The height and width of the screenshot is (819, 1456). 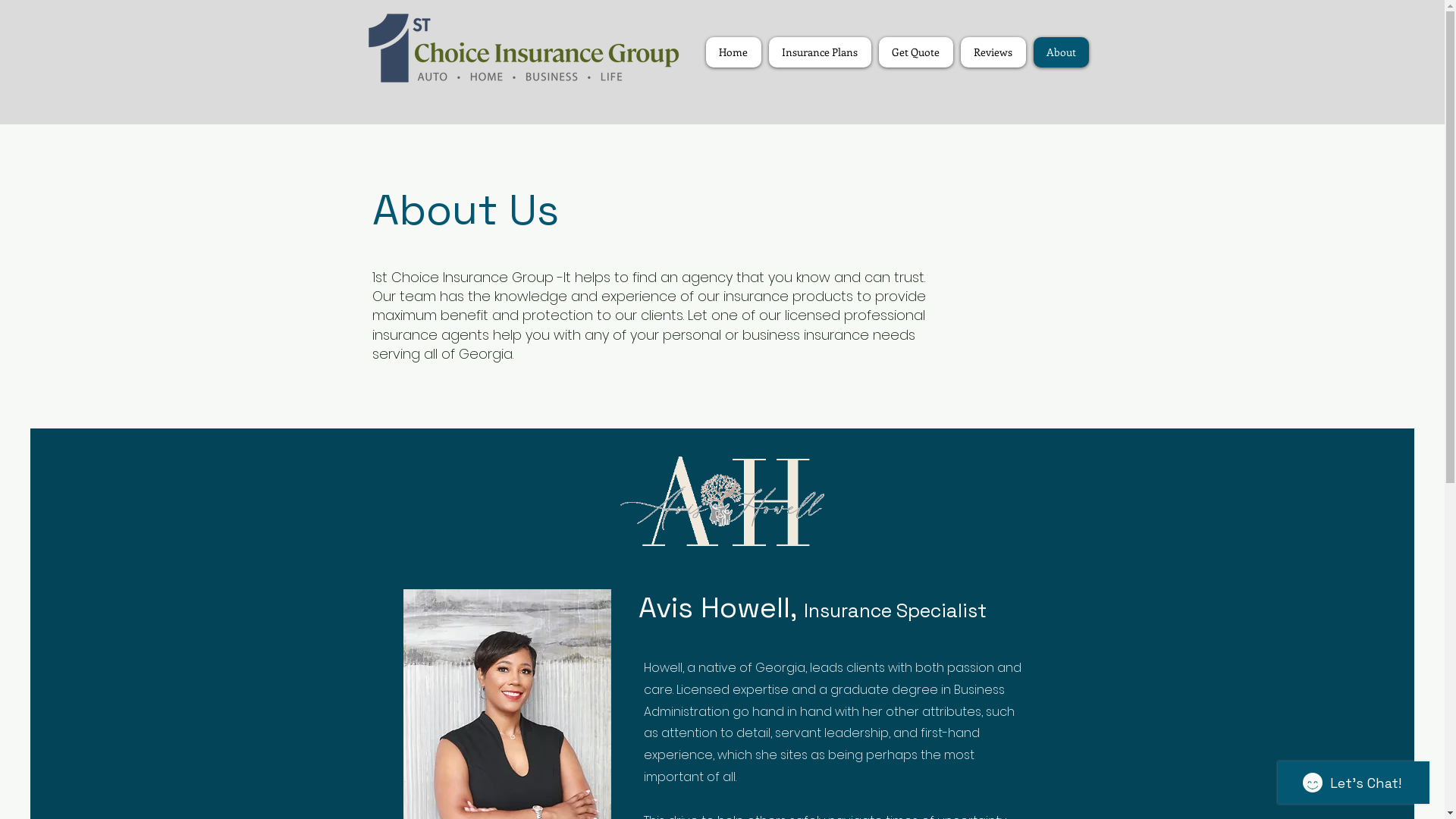 I want to click on 'Get Quote', so click(x=914, y=52).